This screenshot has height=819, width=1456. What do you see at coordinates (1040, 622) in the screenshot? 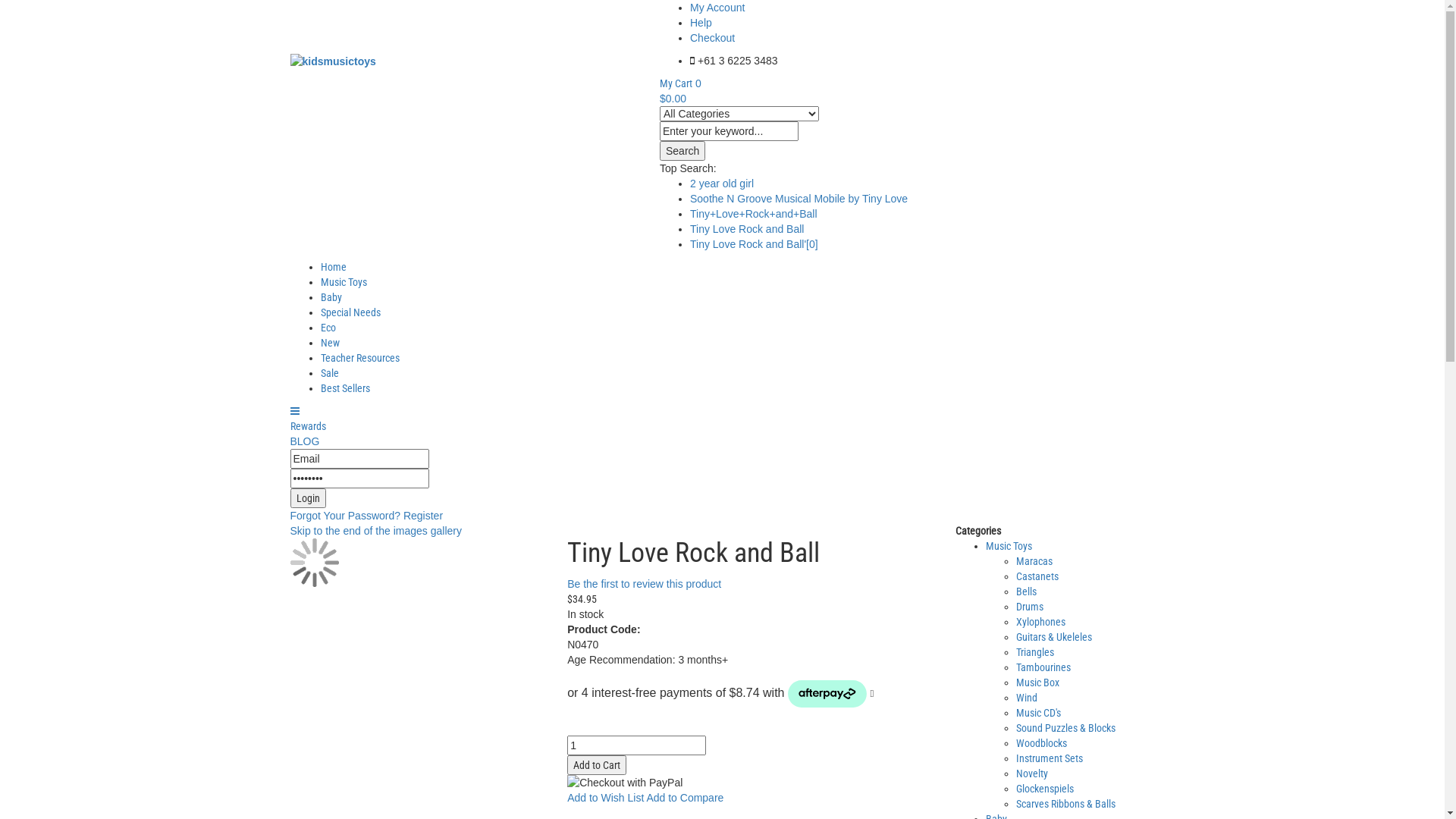
I see `'Xylophones'` at bounding box center [1040, 622].